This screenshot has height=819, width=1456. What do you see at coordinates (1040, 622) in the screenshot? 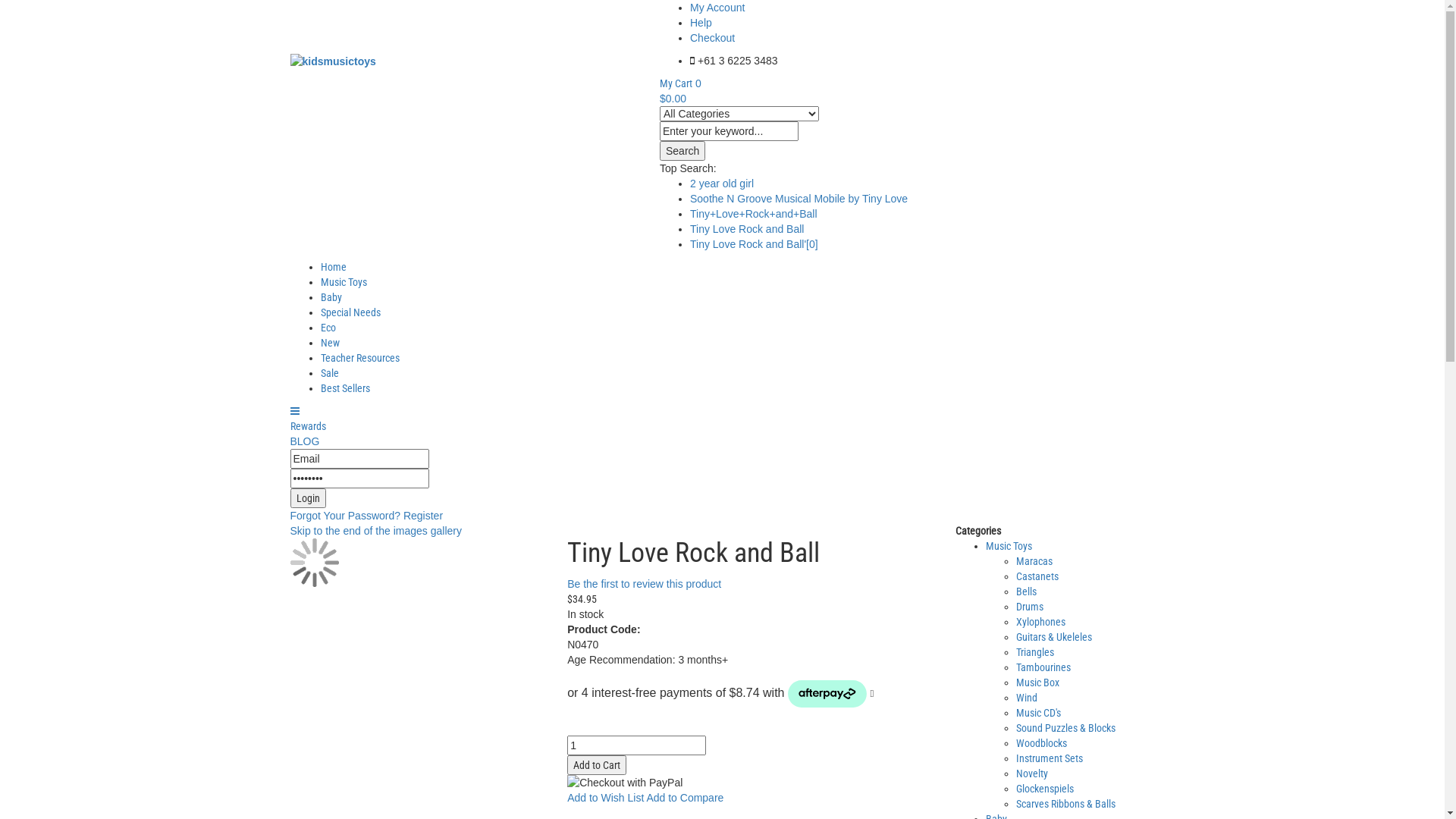
I see `'Xylophones'` at bounding box center [1040, 622].